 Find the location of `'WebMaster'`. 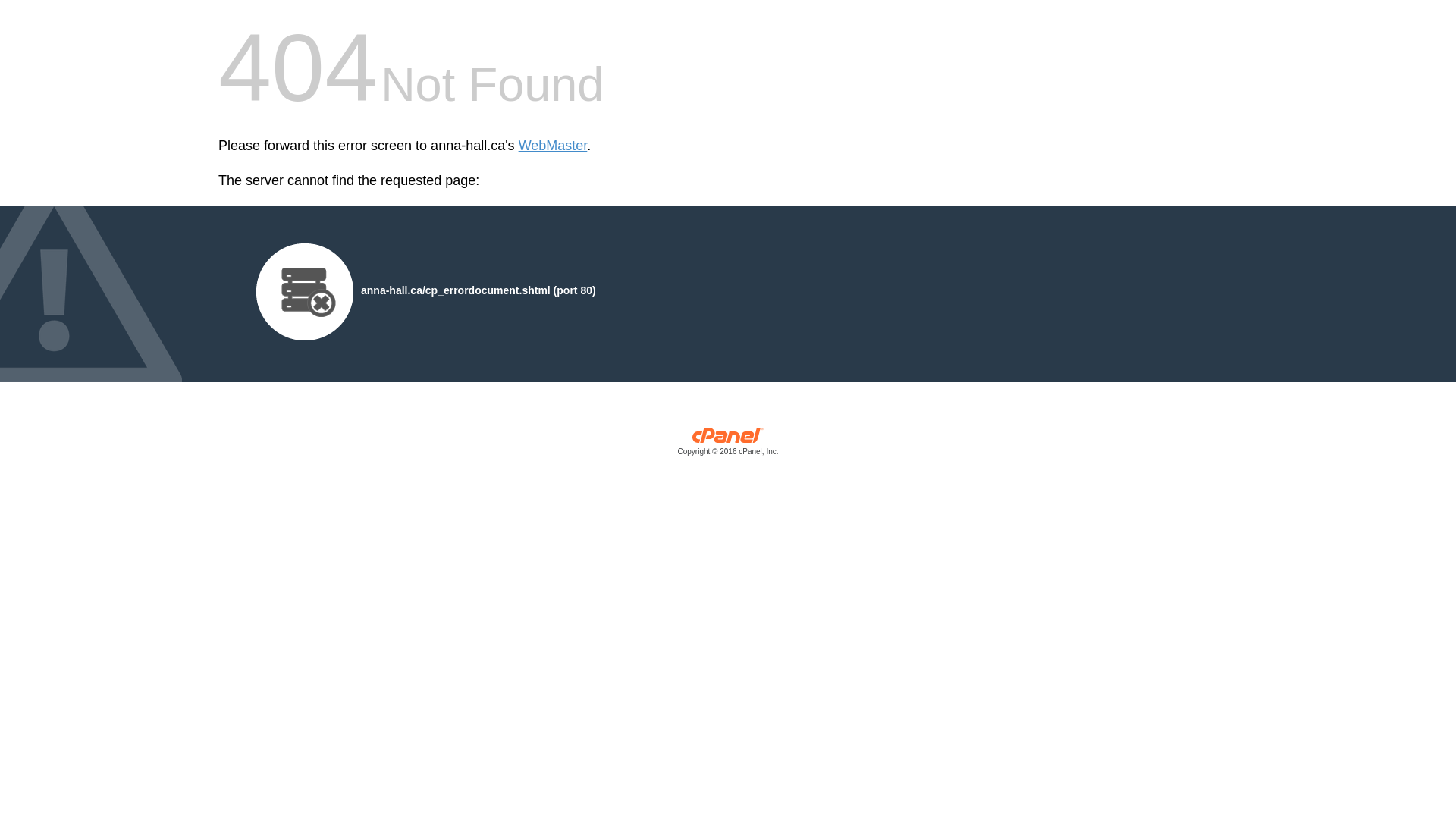

'WebMaster' is located at coordinates (552, 146).